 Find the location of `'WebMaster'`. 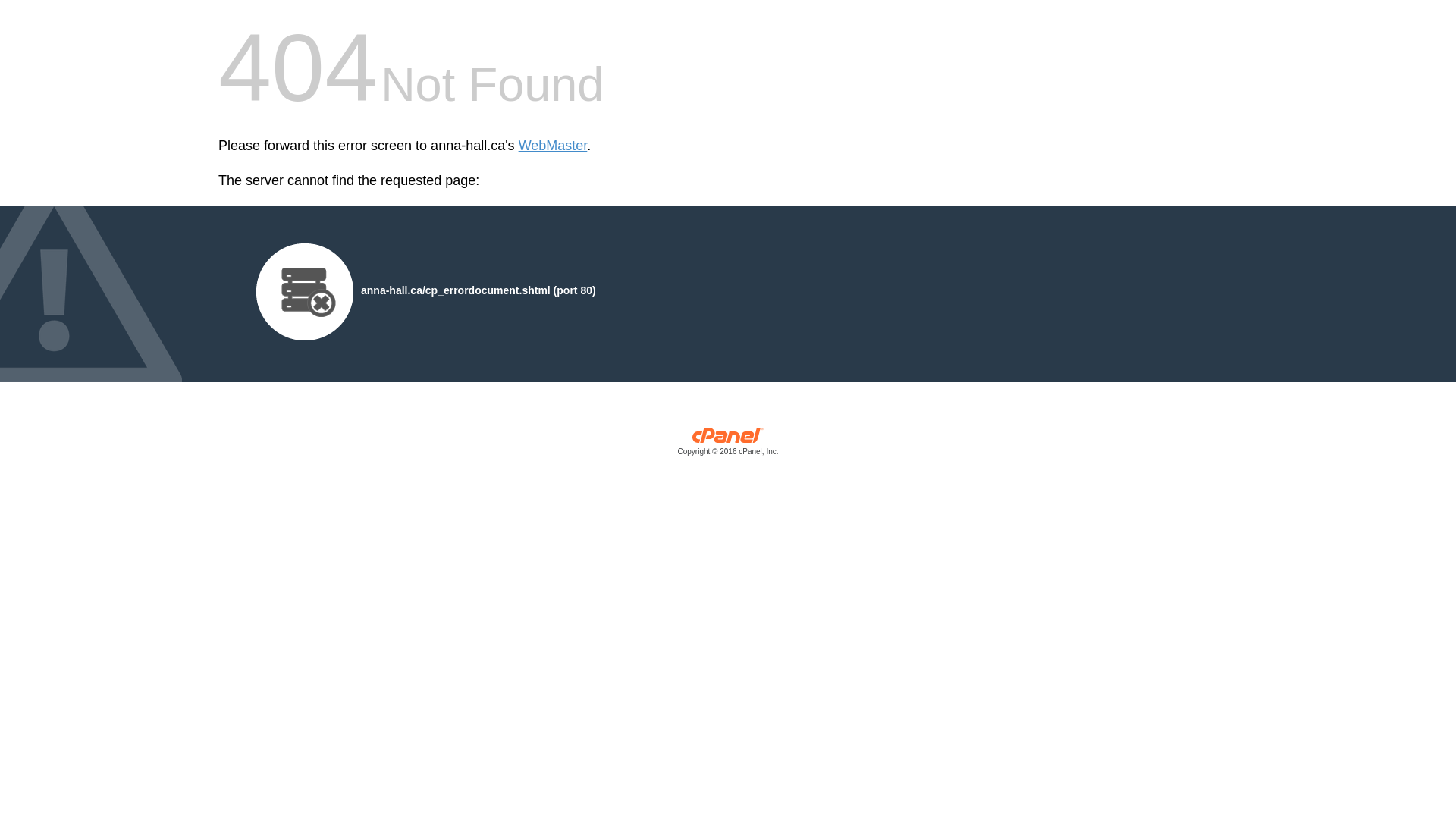

'WebMaster' is located at coordinates (552, 146).